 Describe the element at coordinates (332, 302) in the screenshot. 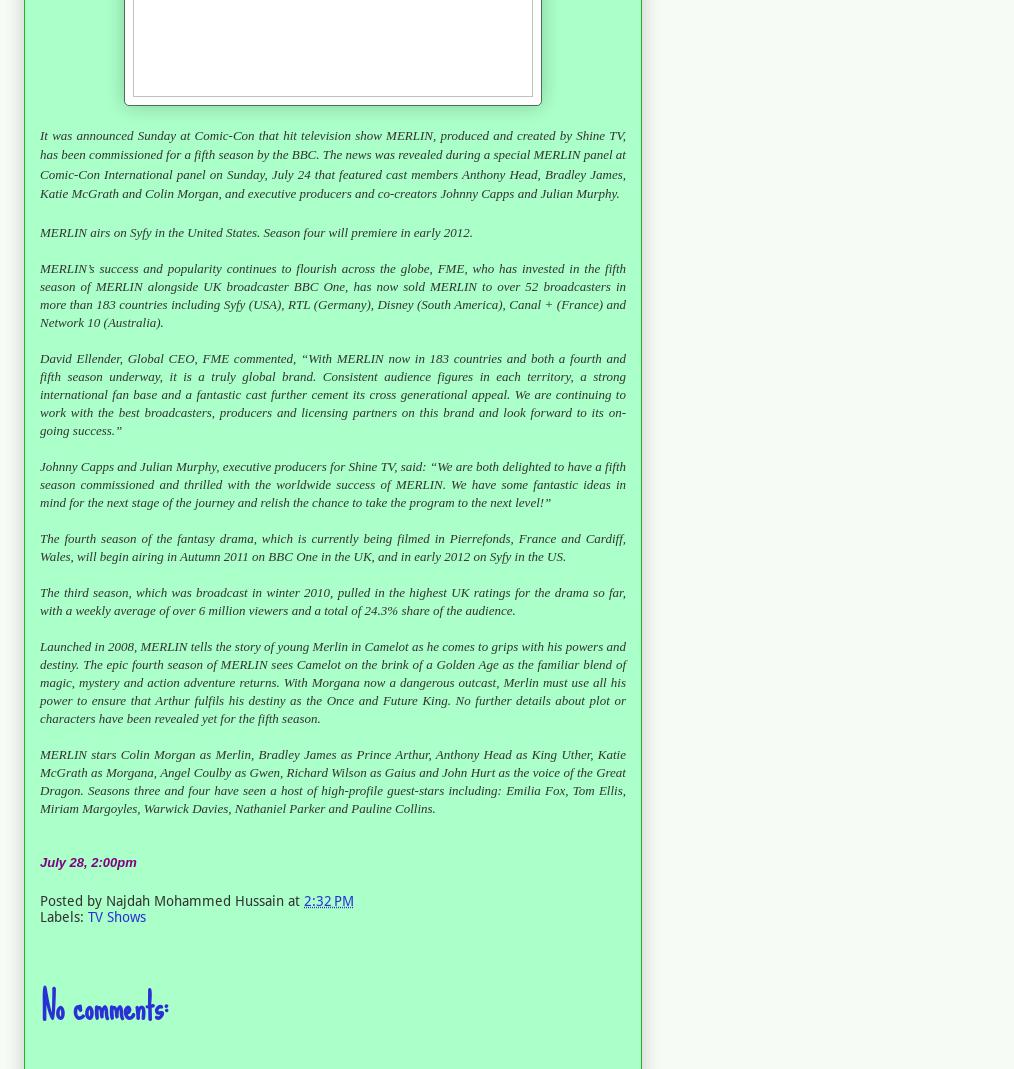

I see `'to over 52 broadcasters in more than 183 countries including Syfy (USA), RTL (Germany), Disney (South America), Canal + (France) and Network 10 (Australia).'` at that location.